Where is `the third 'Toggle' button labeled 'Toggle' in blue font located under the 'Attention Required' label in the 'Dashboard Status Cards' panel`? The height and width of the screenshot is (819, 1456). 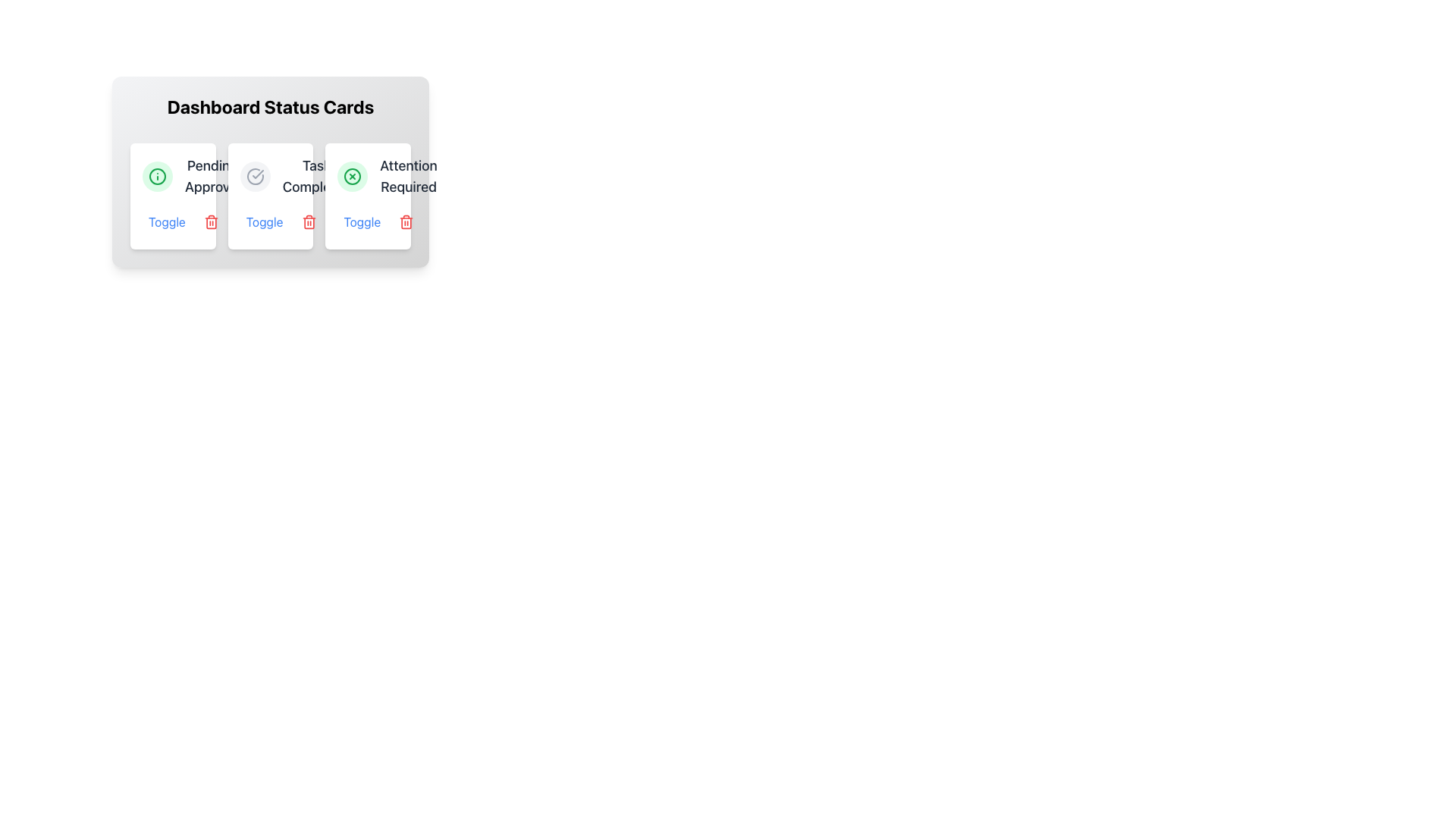 the third 'Toggle' button labeled 'Toggle' in blue font located under the 'Attention Required' label in the 'Dashboard Status Cards' panel is located at coordinates (368, 222).